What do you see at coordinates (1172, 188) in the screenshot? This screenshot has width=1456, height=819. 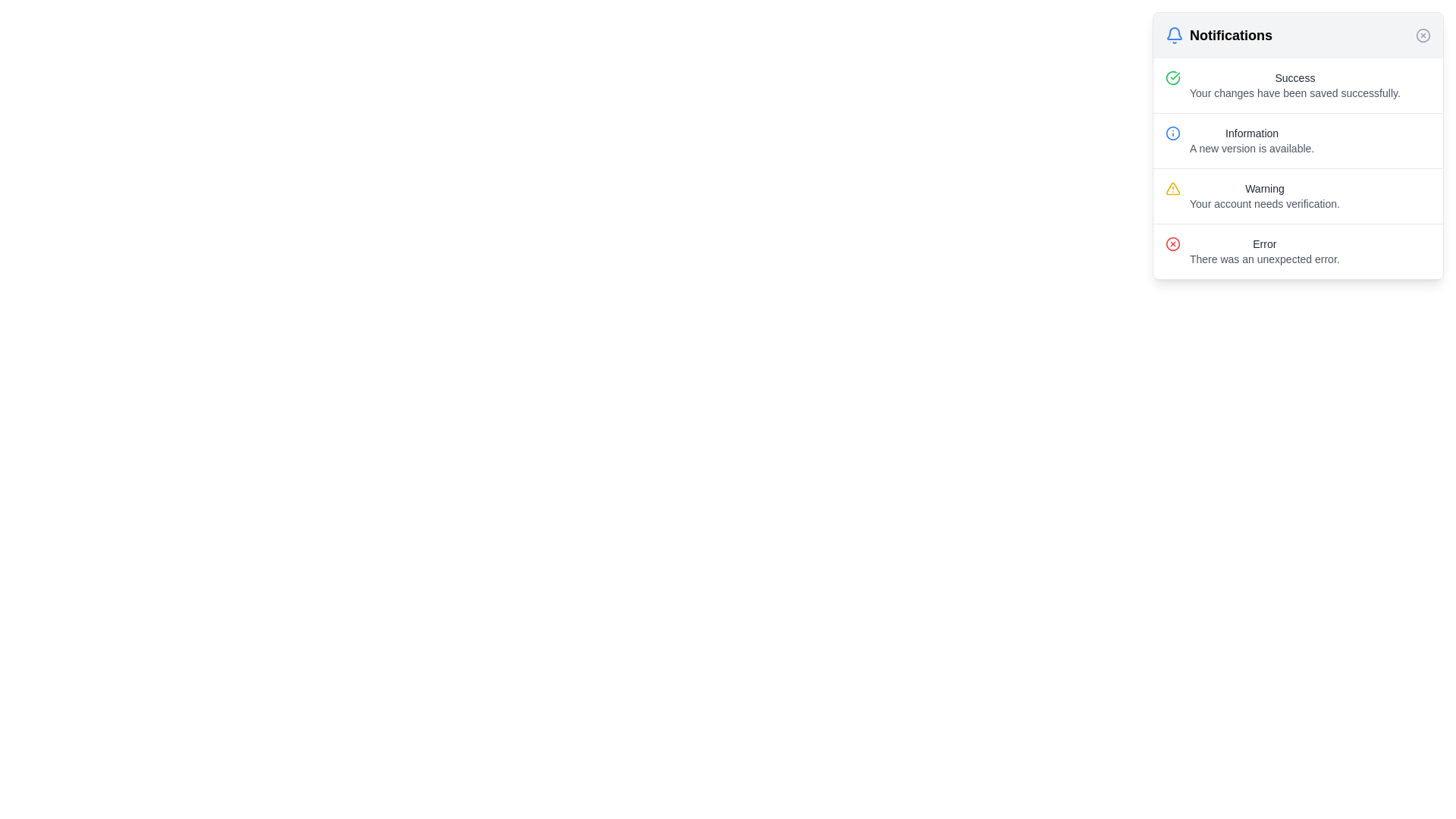 I see `the yellow triangular warning icon with a black border and a yellow exclamation mark, which is part of the 'Warning' notification adjacent to 'Your account needs verification.'` at bounding box center [1172, 188].